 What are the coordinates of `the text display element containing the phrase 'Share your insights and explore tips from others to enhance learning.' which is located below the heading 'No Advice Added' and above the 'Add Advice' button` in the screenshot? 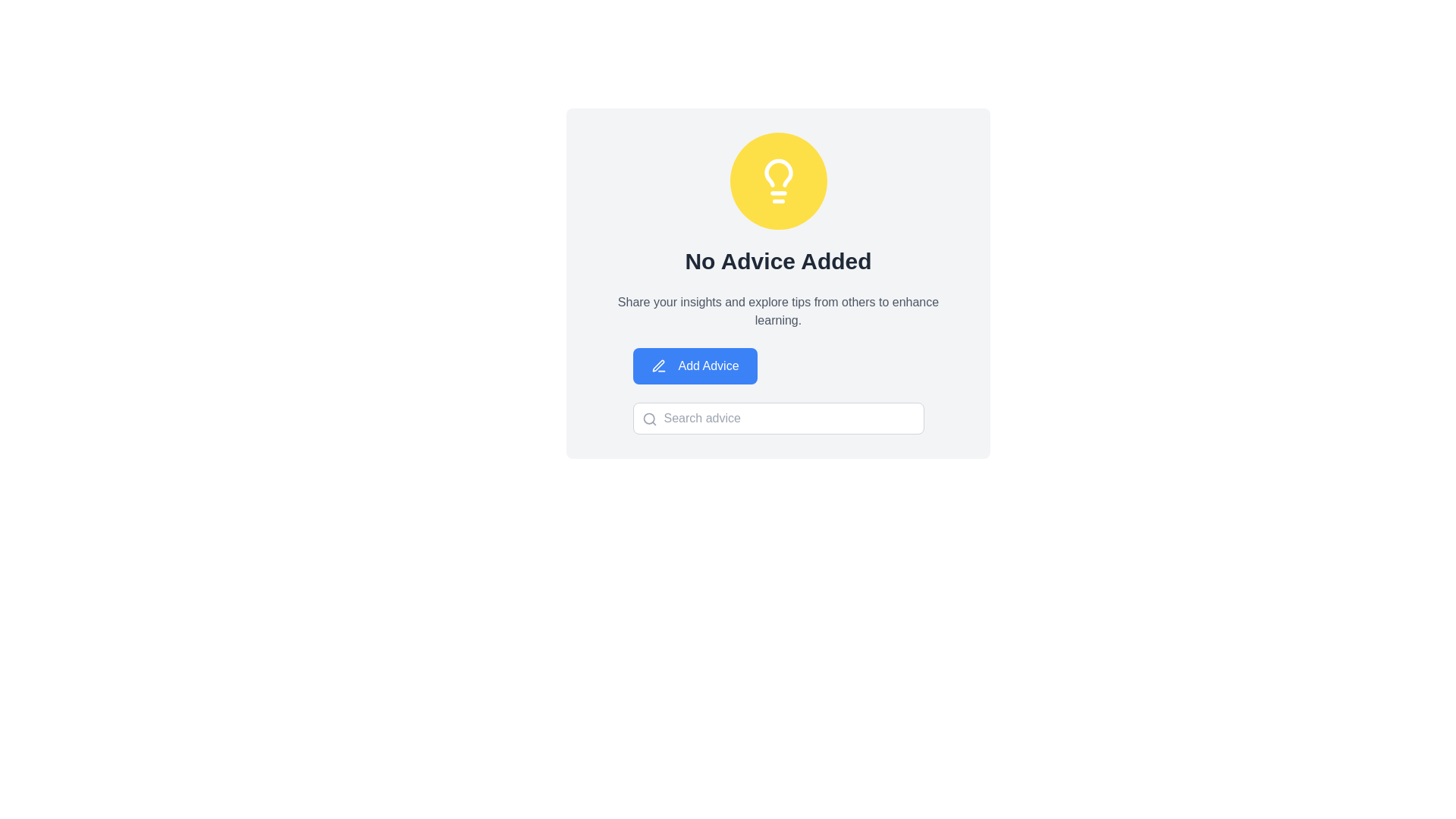 It's located at (778, 311).